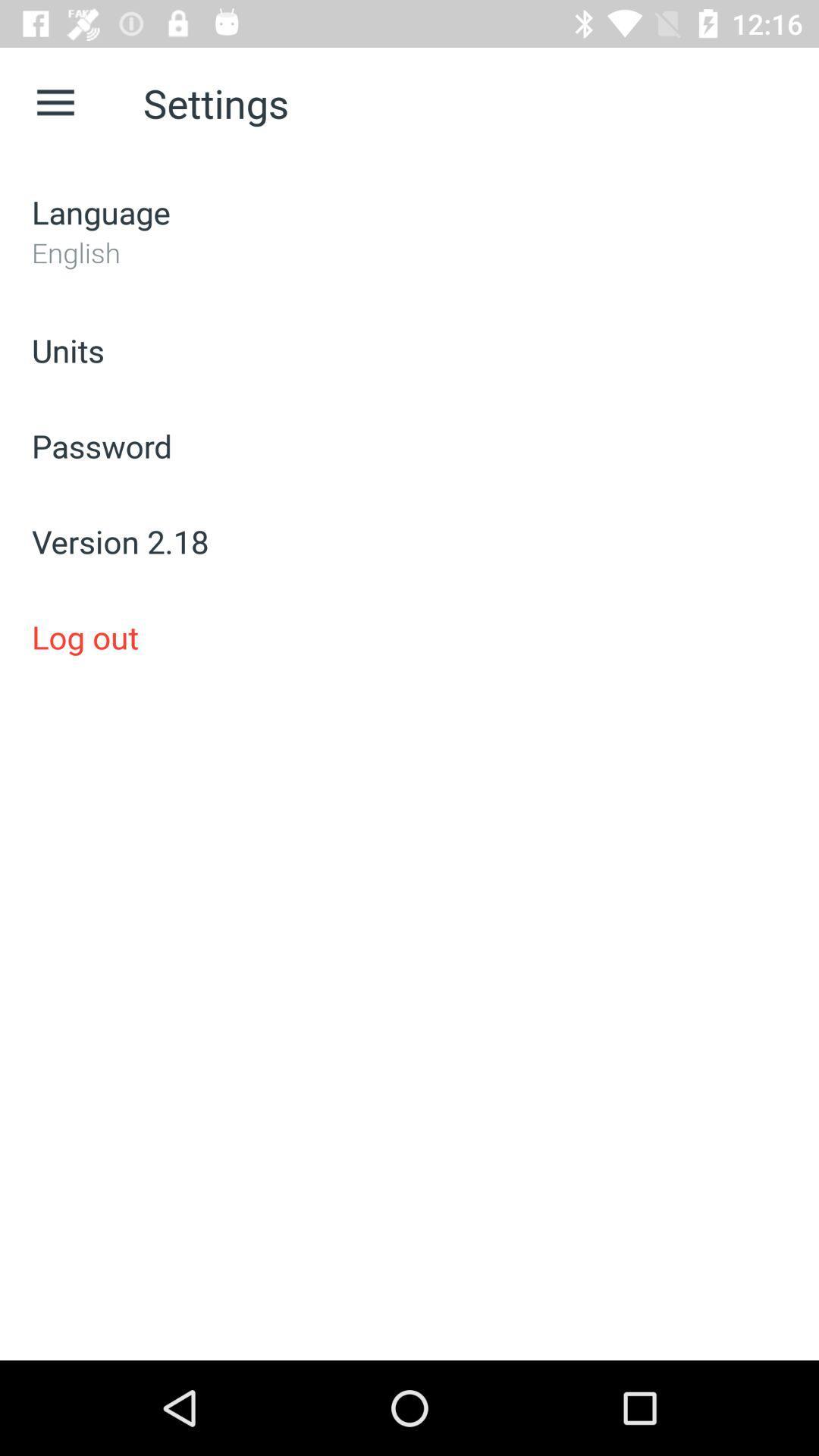 The height and width of the screenshot is (1456, 819). I want to click on icon above language icon, so click(55, 102).